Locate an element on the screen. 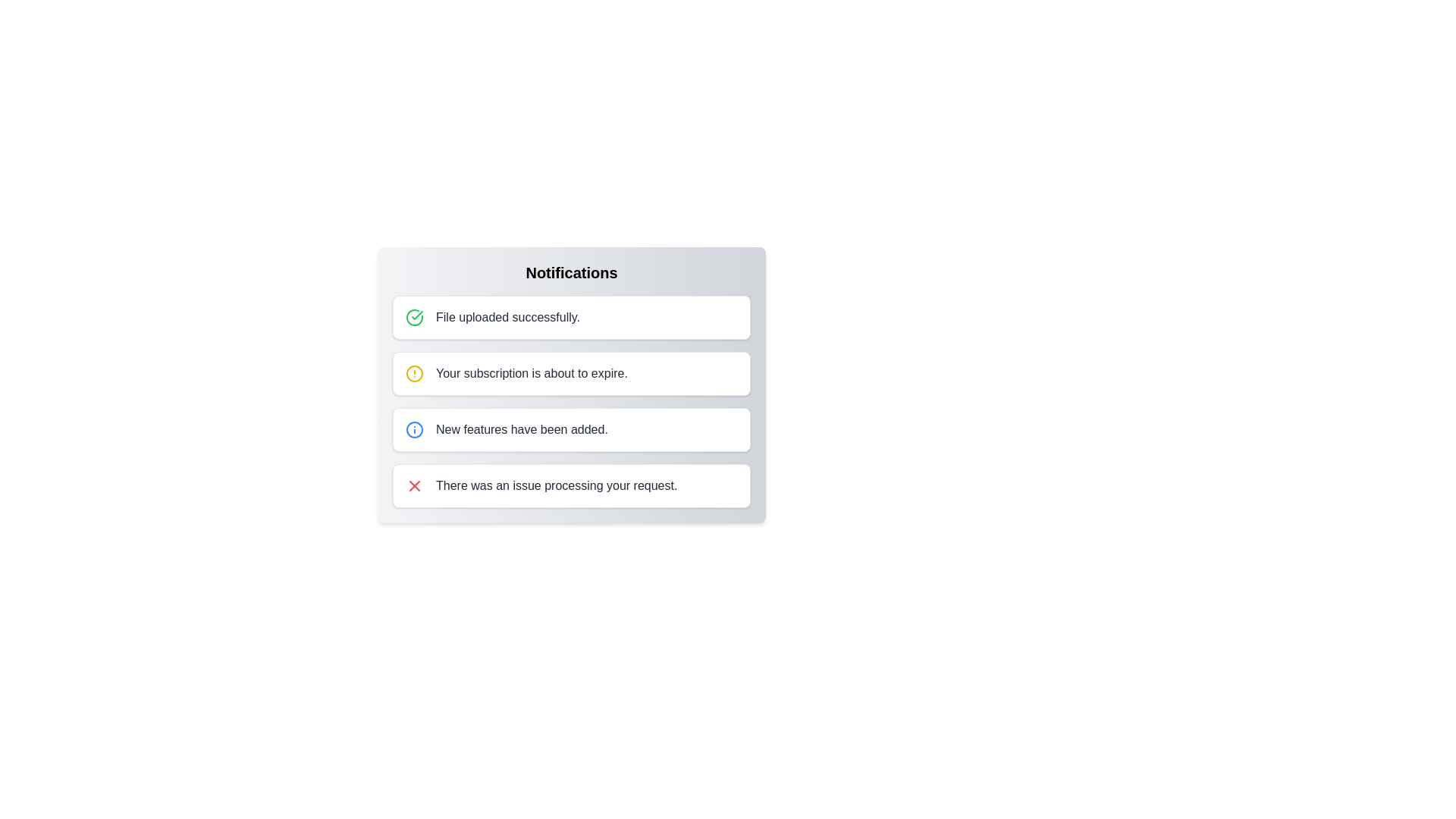 The image size is (1456, 819). text content of the notification card that states 'New features have been added.' which is styled with a dark gray color and medium-weight font, located within the Notifications section is located at coordinates (522, 430).